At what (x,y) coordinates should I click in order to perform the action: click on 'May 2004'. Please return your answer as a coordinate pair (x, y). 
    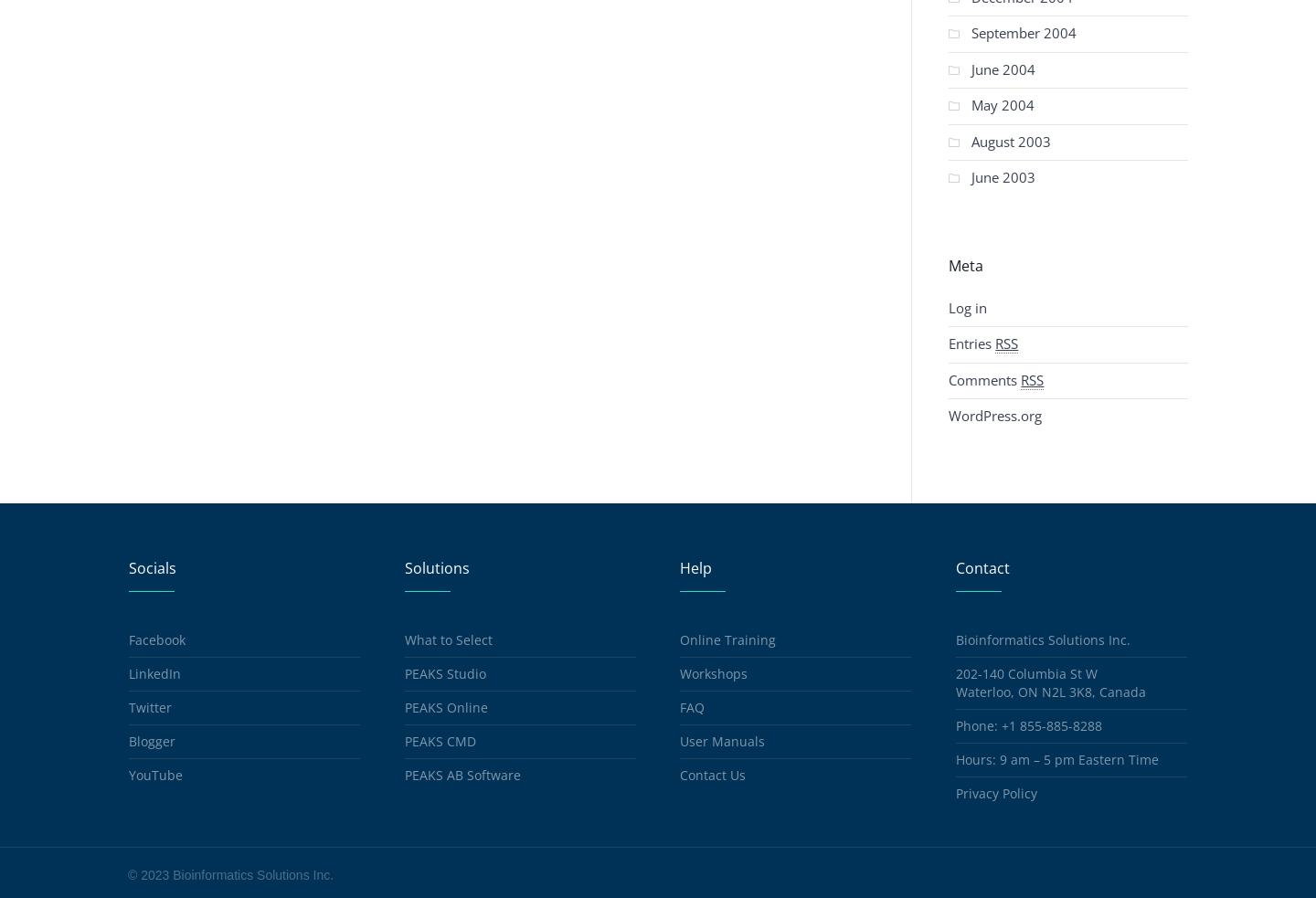
    Looking at the image, I should click on (1002, 104).